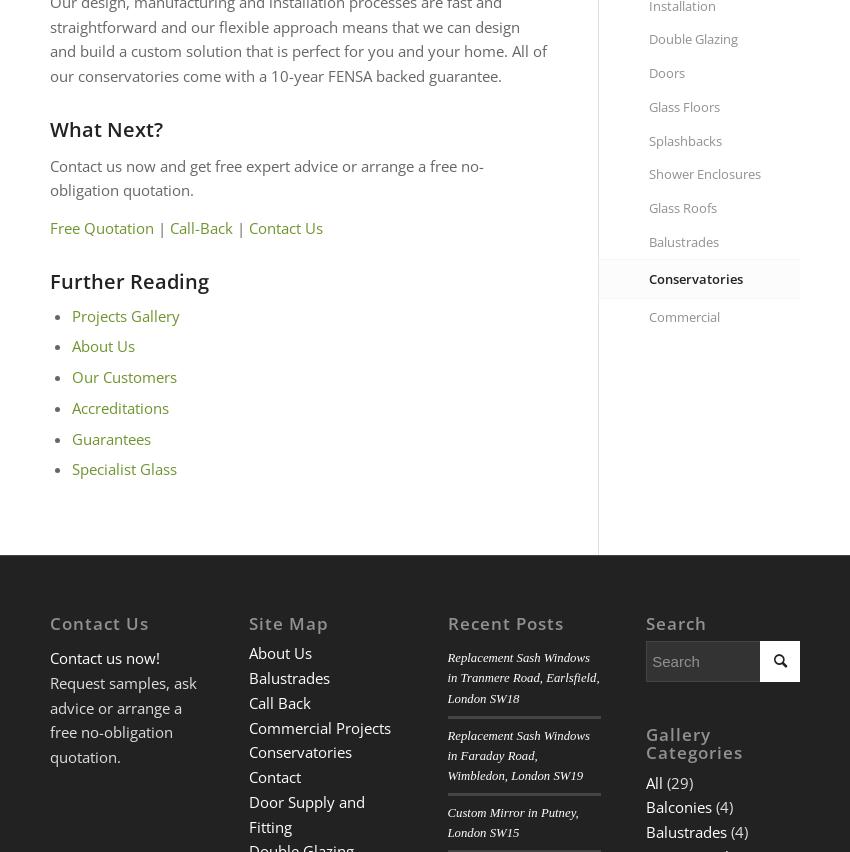 Image resolution: width=850 pixels, height=852 pixels. What do you see at coordinates (691, 39) in the screenshot?
I see `'Double Glazing'` at bounding box center [691, 39].